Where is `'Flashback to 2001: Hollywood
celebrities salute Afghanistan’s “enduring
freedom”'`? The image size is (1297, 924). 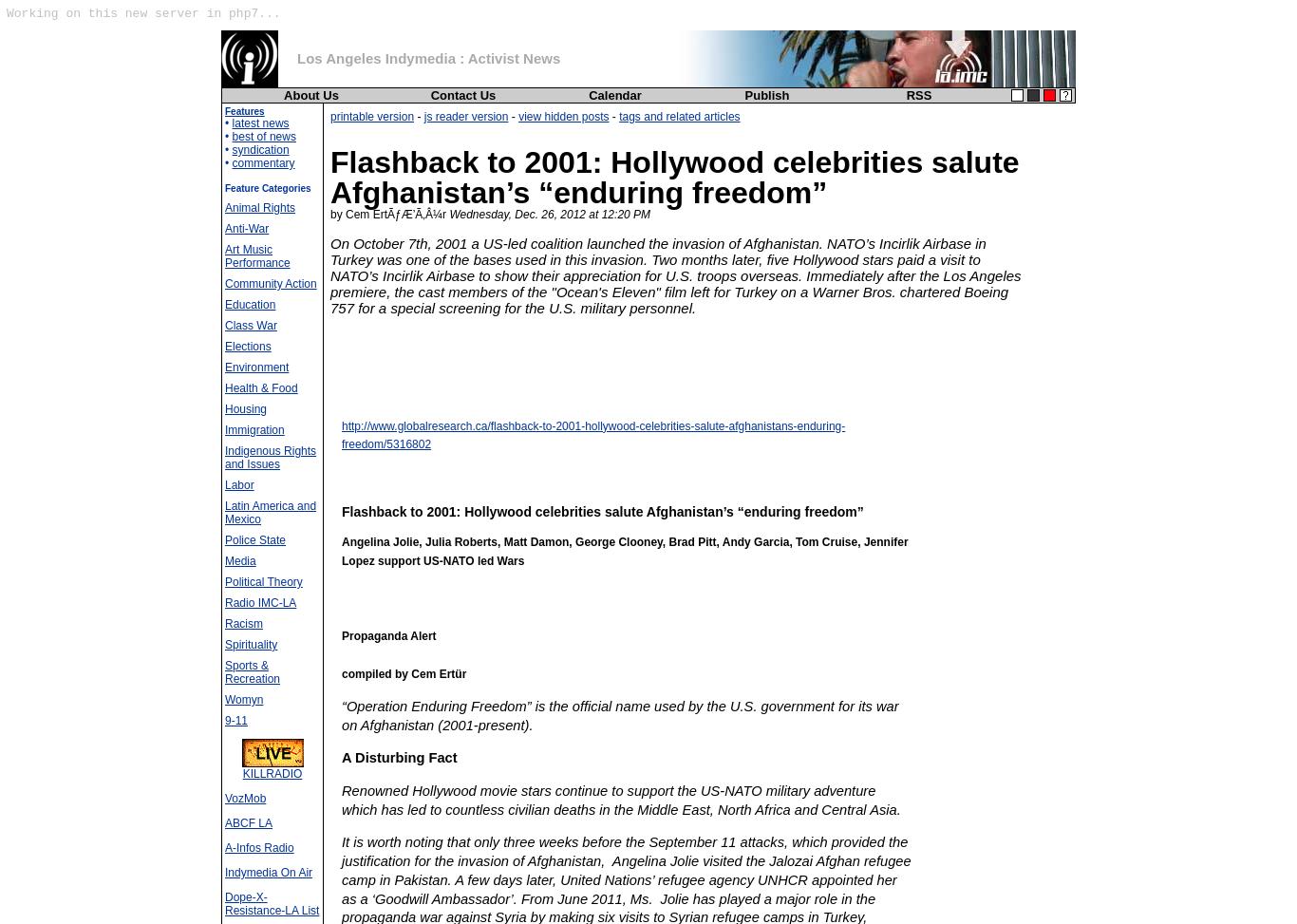 'Flashback to 2001: Hollywood
celebrities salute Afghanistan’s “enduring
freedom”' is located at coordinates (601, 511).